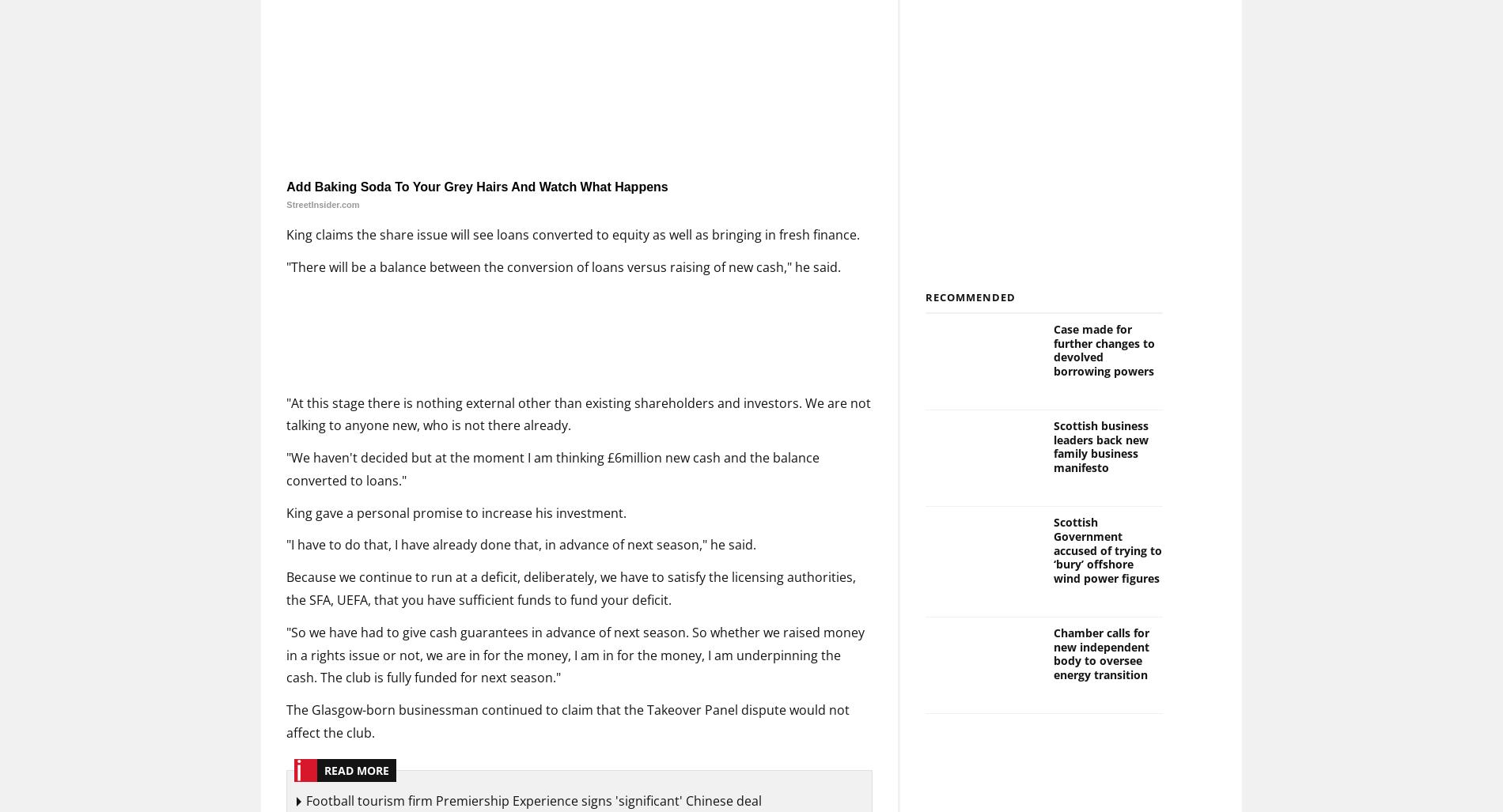  Describe the element at coordinates (285, 468) in the screenshot. I see `'"We haven't decided but at the moment I am thinking £6million new cash and the balance converted to loans."'` at that location.